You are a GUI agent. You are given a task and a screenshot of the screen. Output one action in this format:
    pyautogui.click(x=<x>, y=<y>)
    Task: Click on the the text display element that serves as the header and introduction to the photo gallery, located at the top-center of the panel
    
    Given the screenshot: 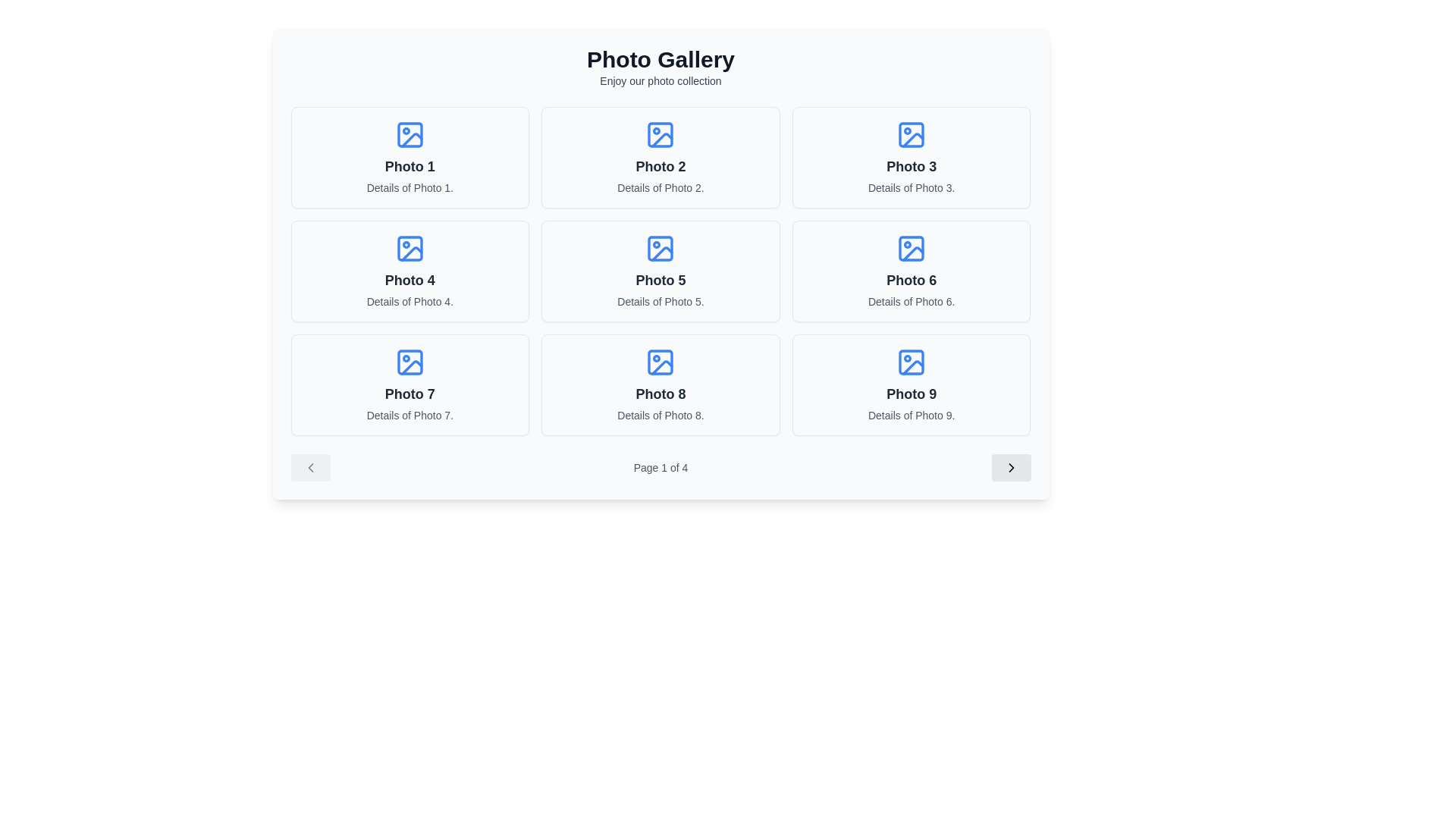 What is the action you would take?
    pyautogui.click(x=661, y=66)
    